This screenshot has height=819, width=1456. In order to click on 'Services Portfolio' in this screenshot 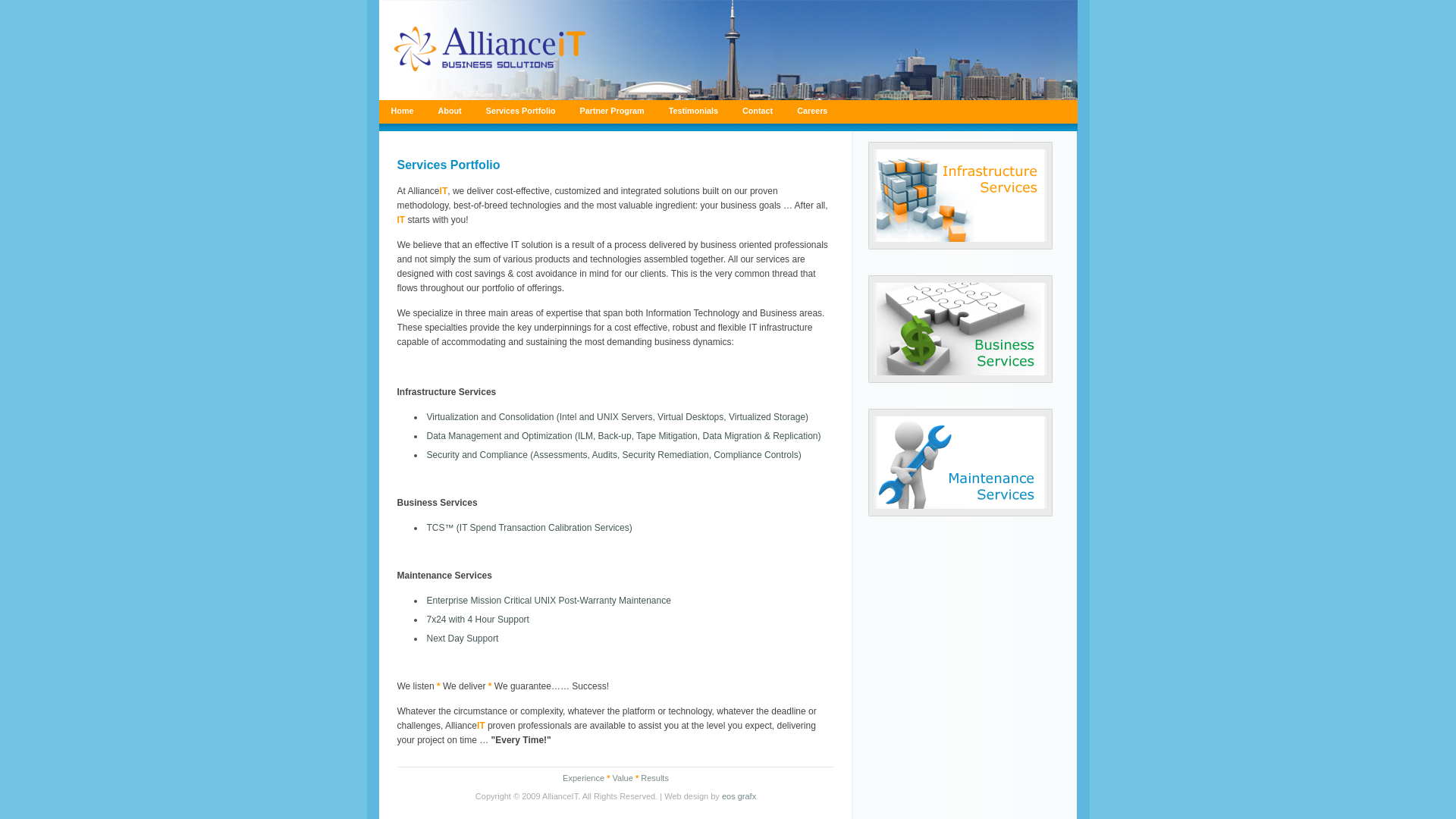, I will do `click(520, 110)`.